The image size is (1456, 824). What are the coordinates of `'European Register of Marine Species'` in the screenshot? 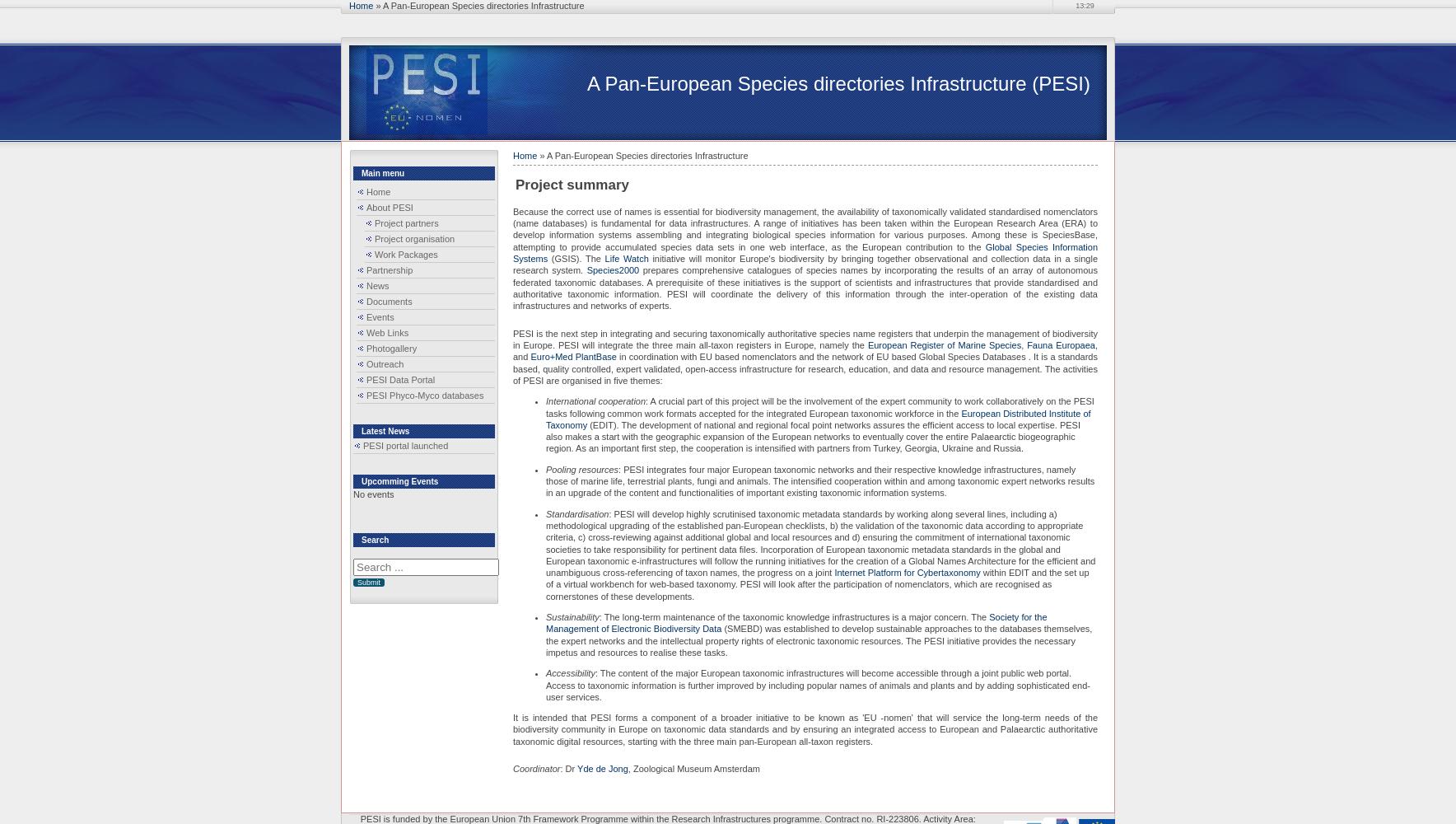 It's located at (944, 345).